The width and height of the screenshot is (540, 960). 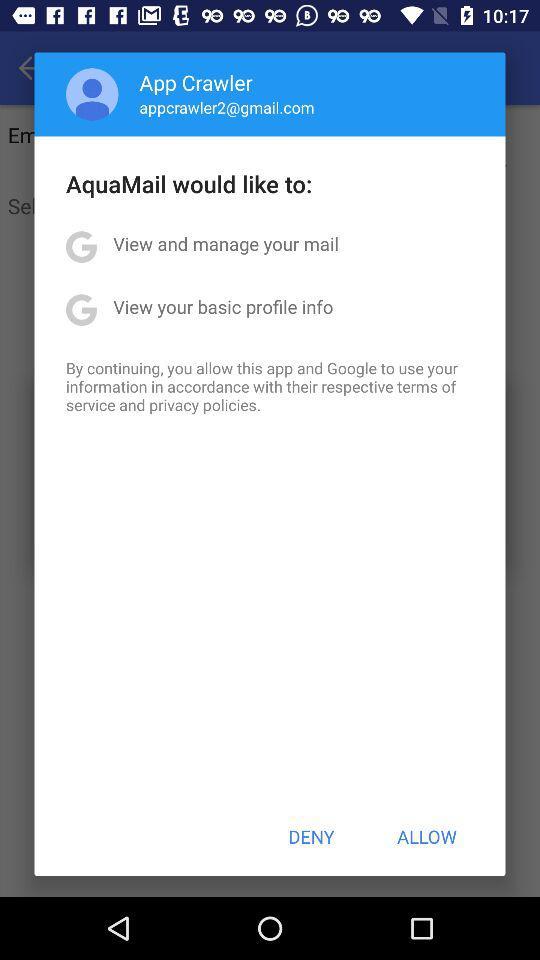 I want to click on app crawler icon, so click(x=196, y=82).